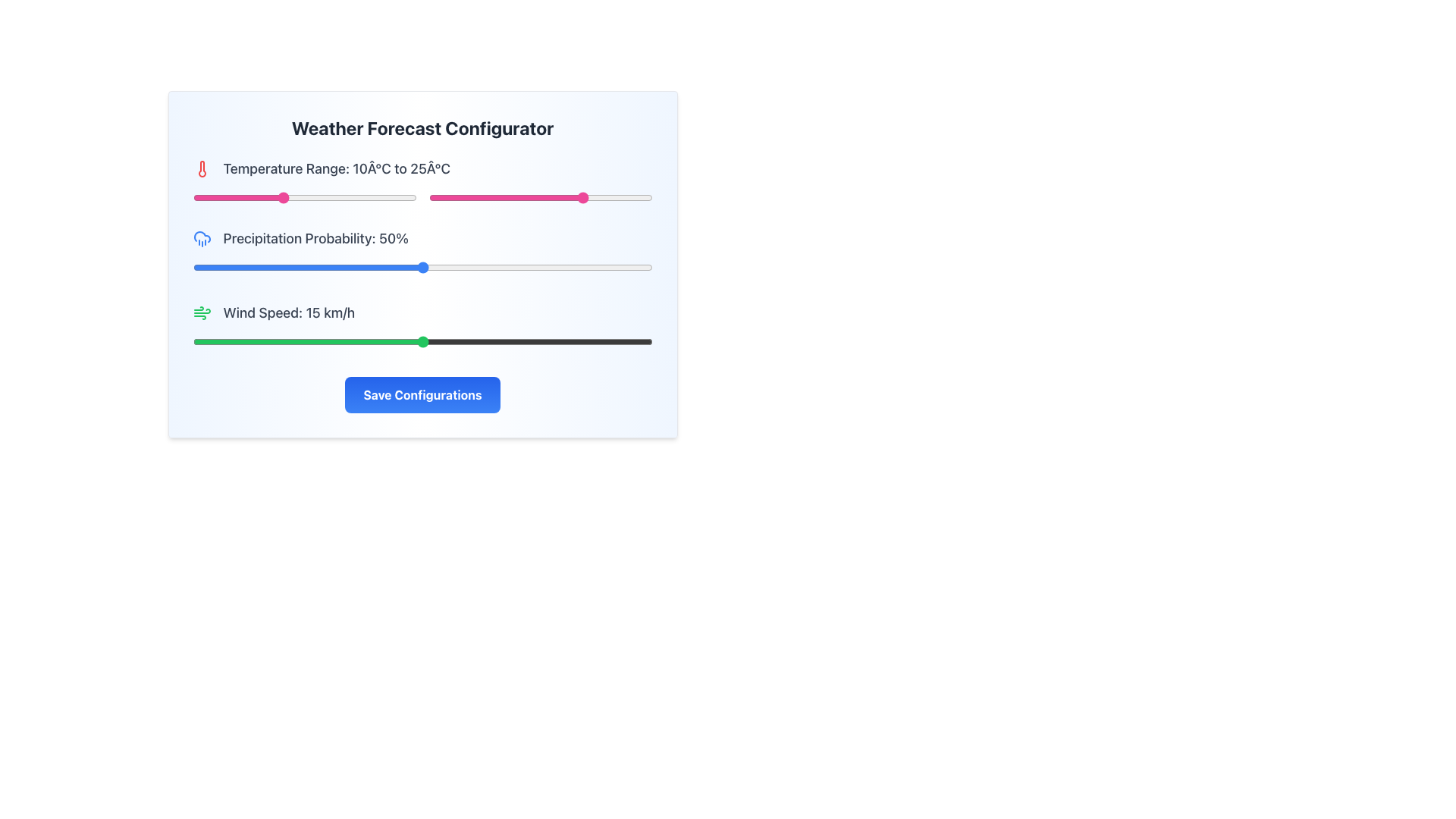  What do you see at coordinates (339, 267) in the screenshot?
I see `the precipitation probability` at bounding box center [339, 267].